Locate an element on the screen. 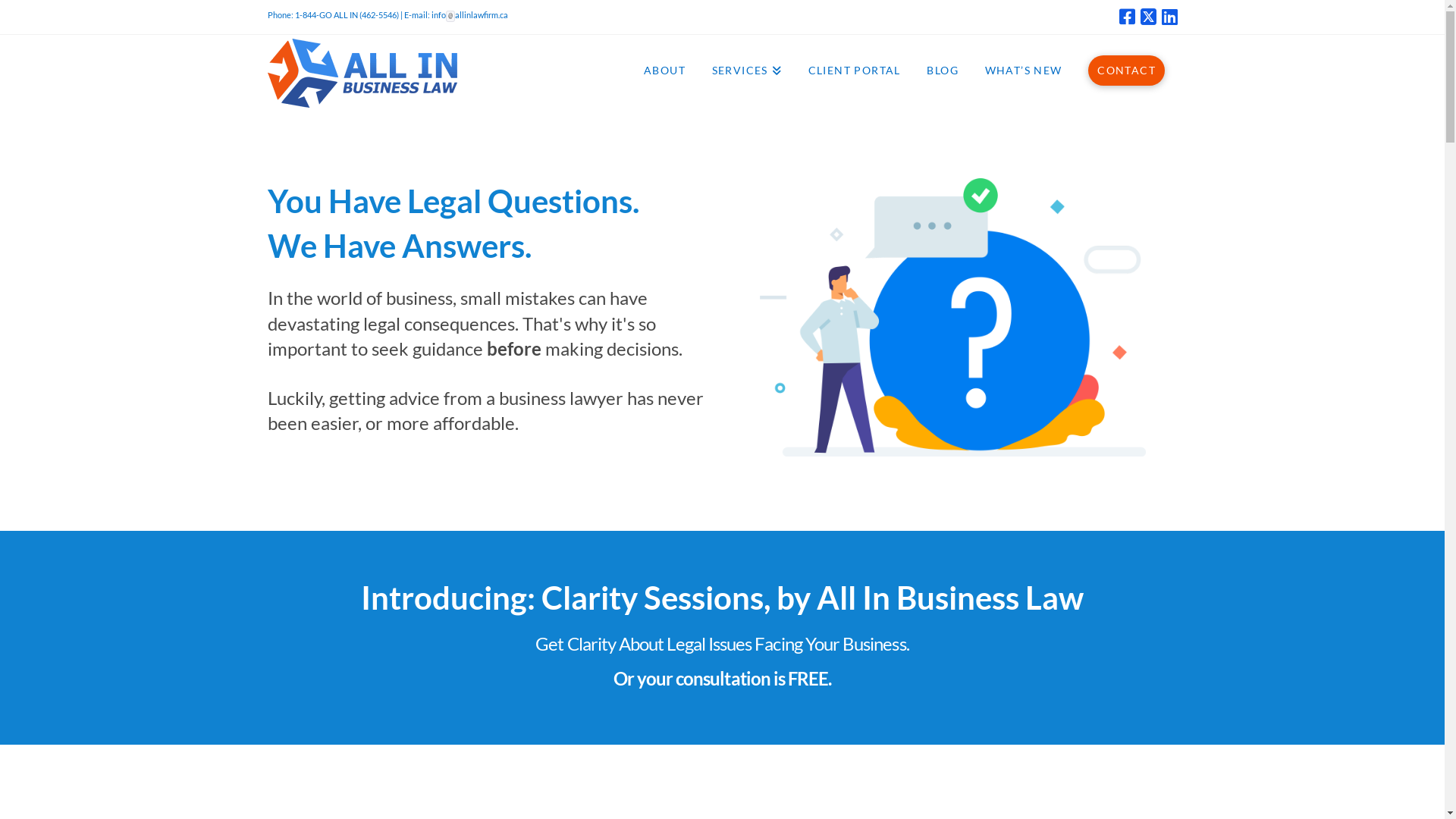 This screenshot has height=819, width=1456. 'CLIENT PORTAL' is located at coordinates (854, 69).